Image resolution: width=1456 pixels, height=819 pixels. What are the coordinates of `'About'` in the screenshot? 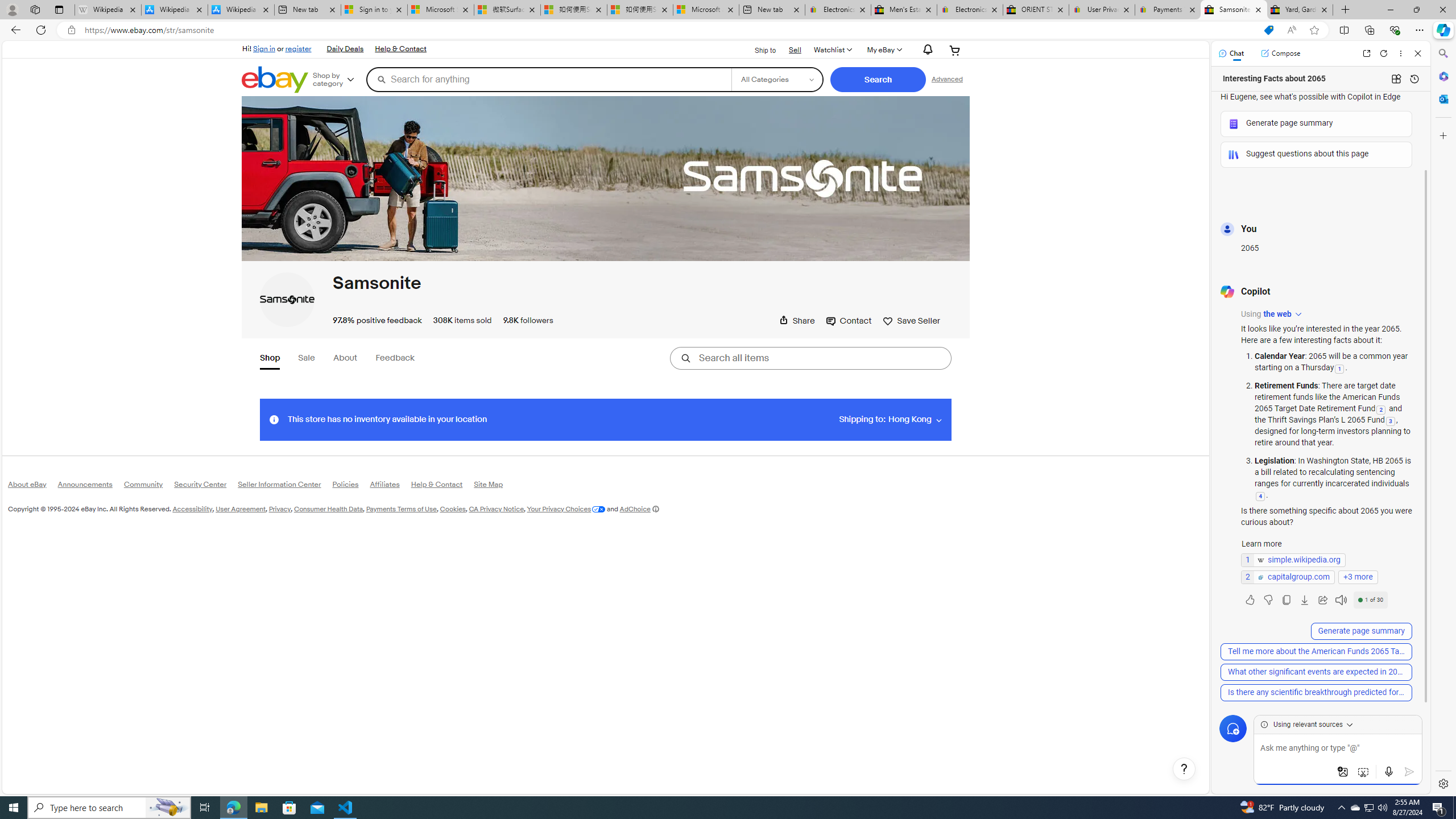 It's located at (345, 358).